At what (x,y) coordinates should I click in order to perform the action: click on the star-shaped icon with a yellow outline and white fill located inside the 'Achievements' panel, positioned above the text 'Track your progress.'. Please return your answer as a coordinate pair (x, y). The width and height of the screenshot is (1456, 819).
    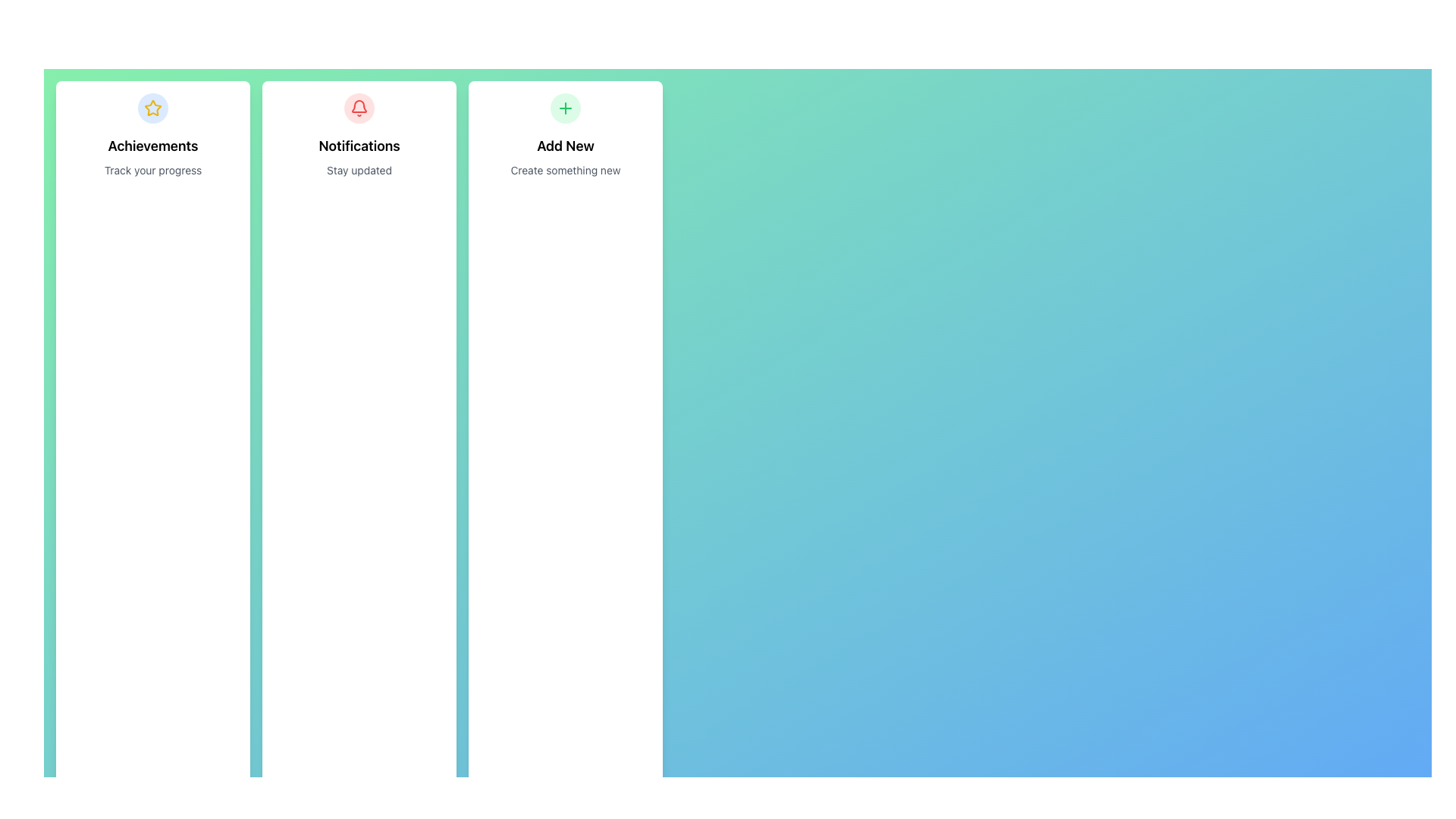
    Looking at the image, I should click on (152, 107).